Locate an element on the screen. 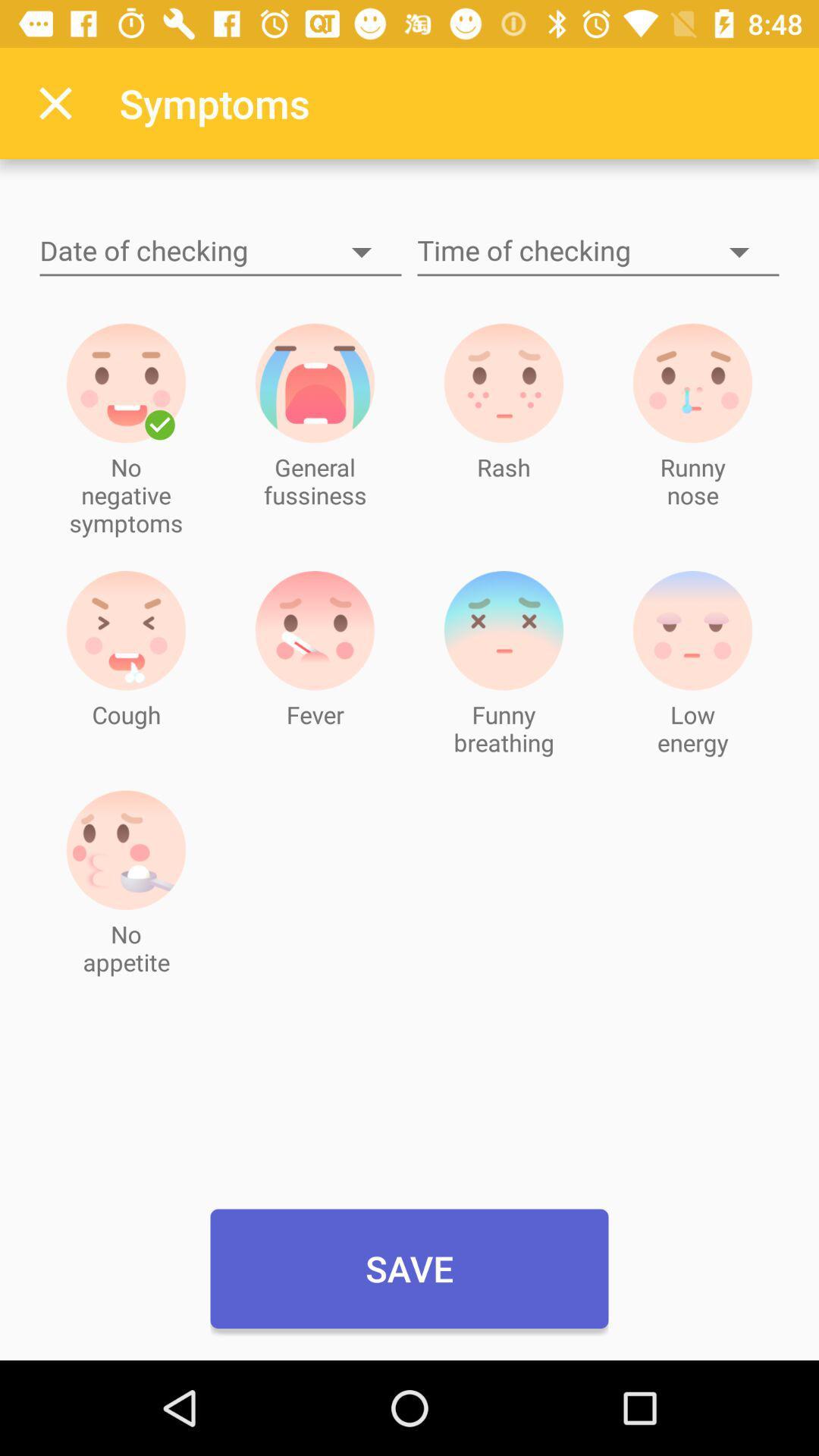 The height and width of the screenshot is (1456, 819). the save icon is located at coordinates (409, 1269).